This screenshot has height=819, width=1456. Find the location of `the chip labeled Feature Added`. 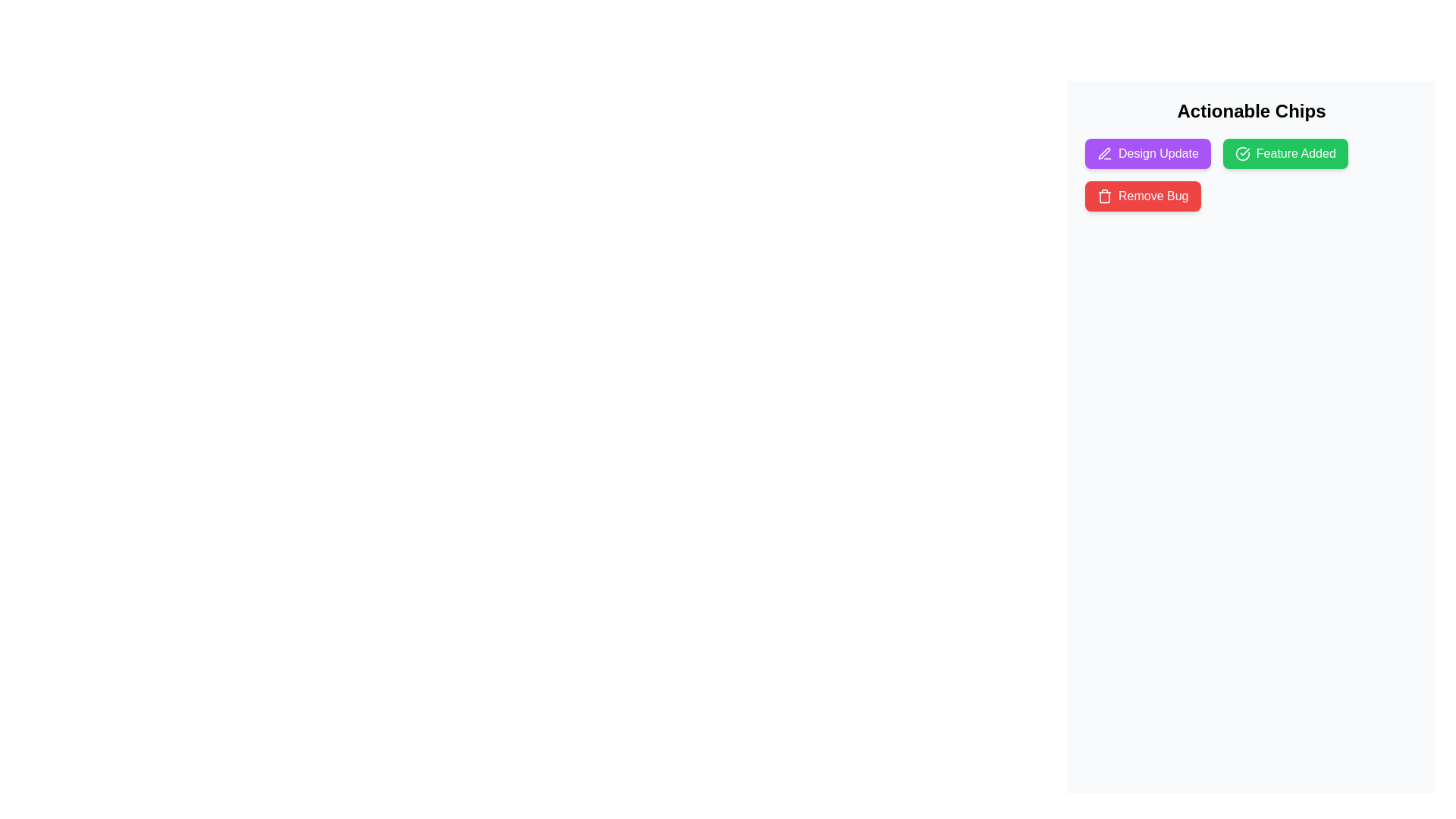

the chip labeled Feature Added is located at coordinates (1285, 154).